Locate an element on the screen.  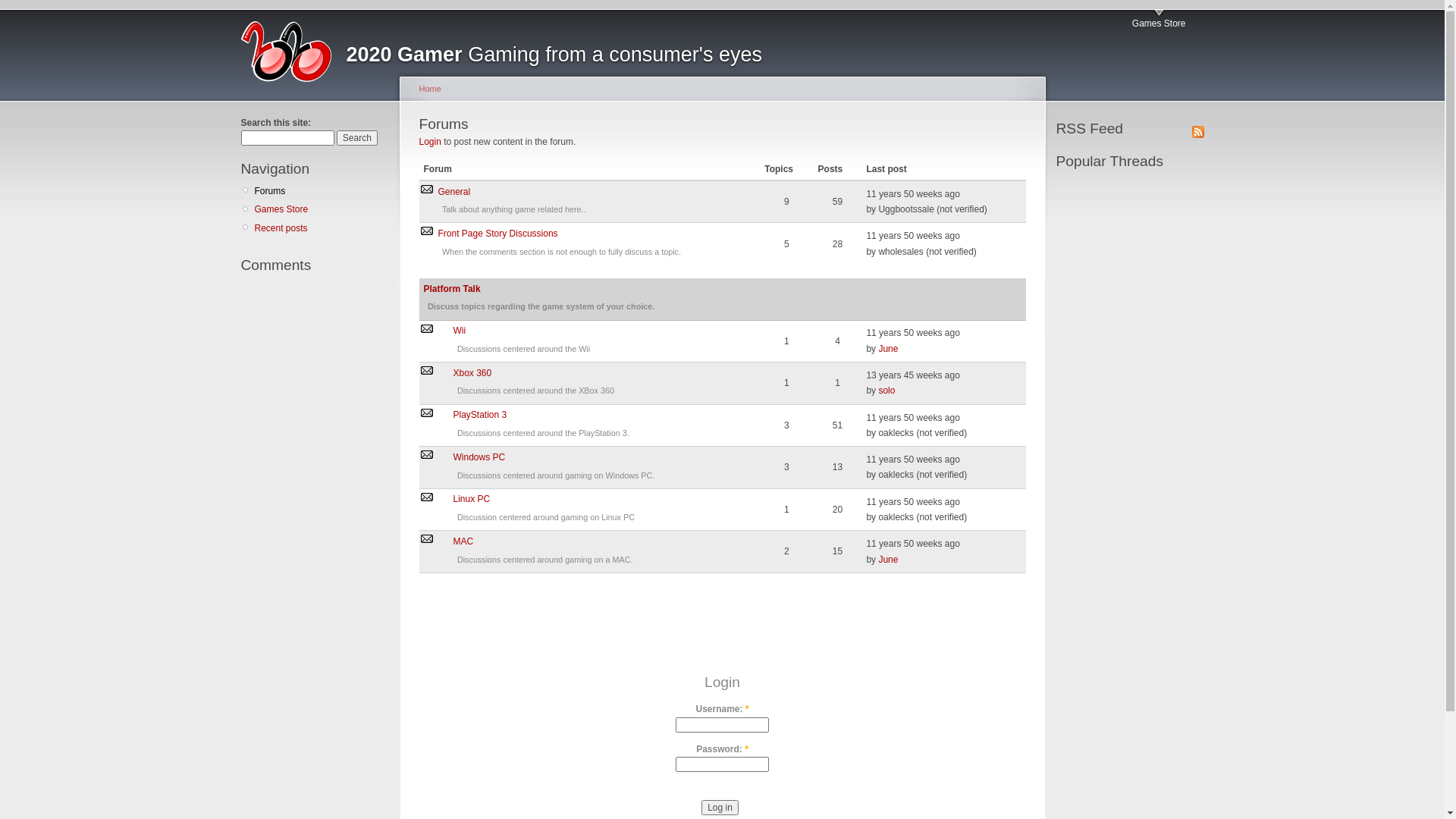
'Search' is located at coordinates (356, 137).